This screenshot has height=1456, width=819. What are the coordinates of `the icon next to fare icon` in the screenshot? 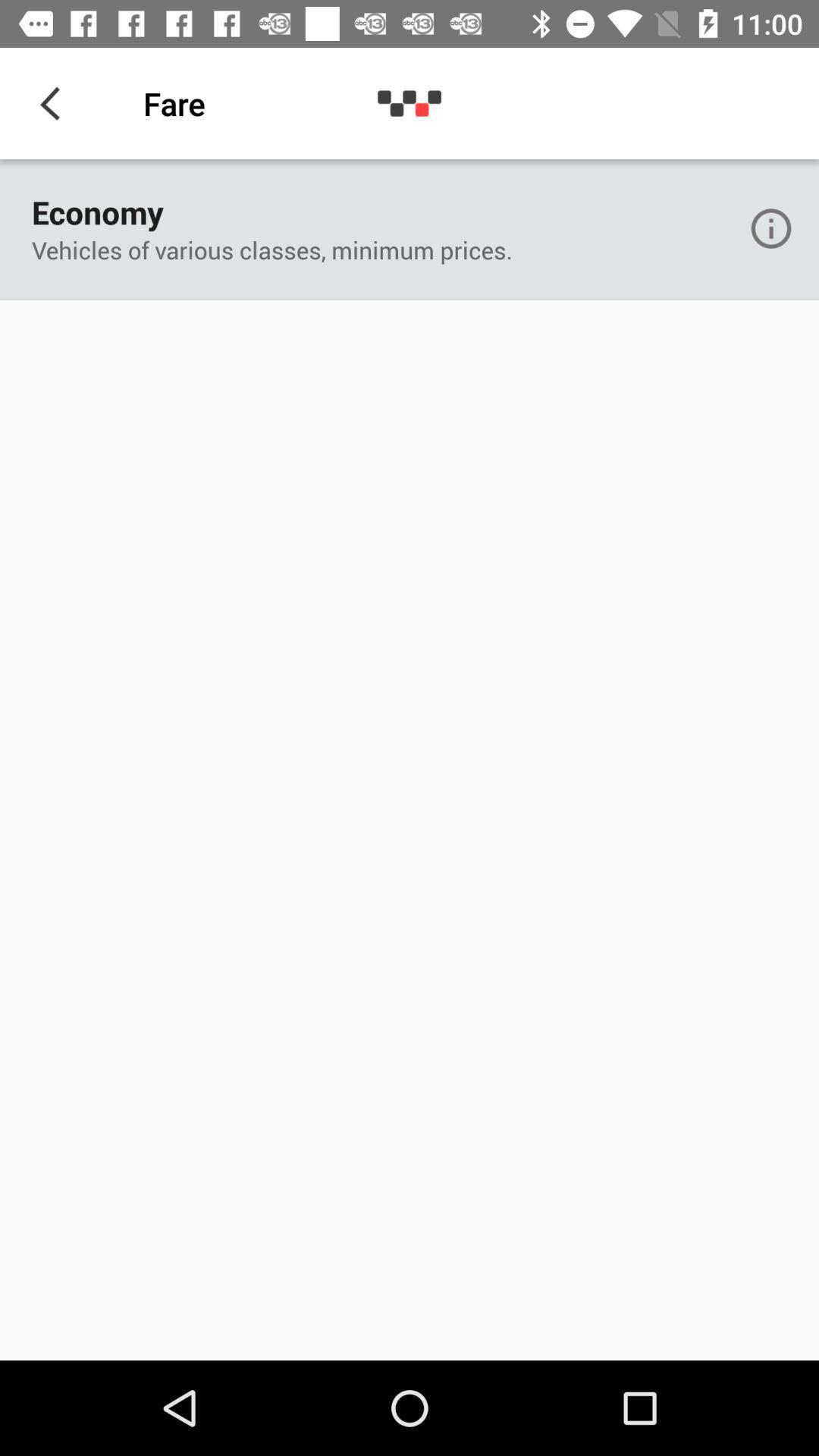 It's located at (55, 102).